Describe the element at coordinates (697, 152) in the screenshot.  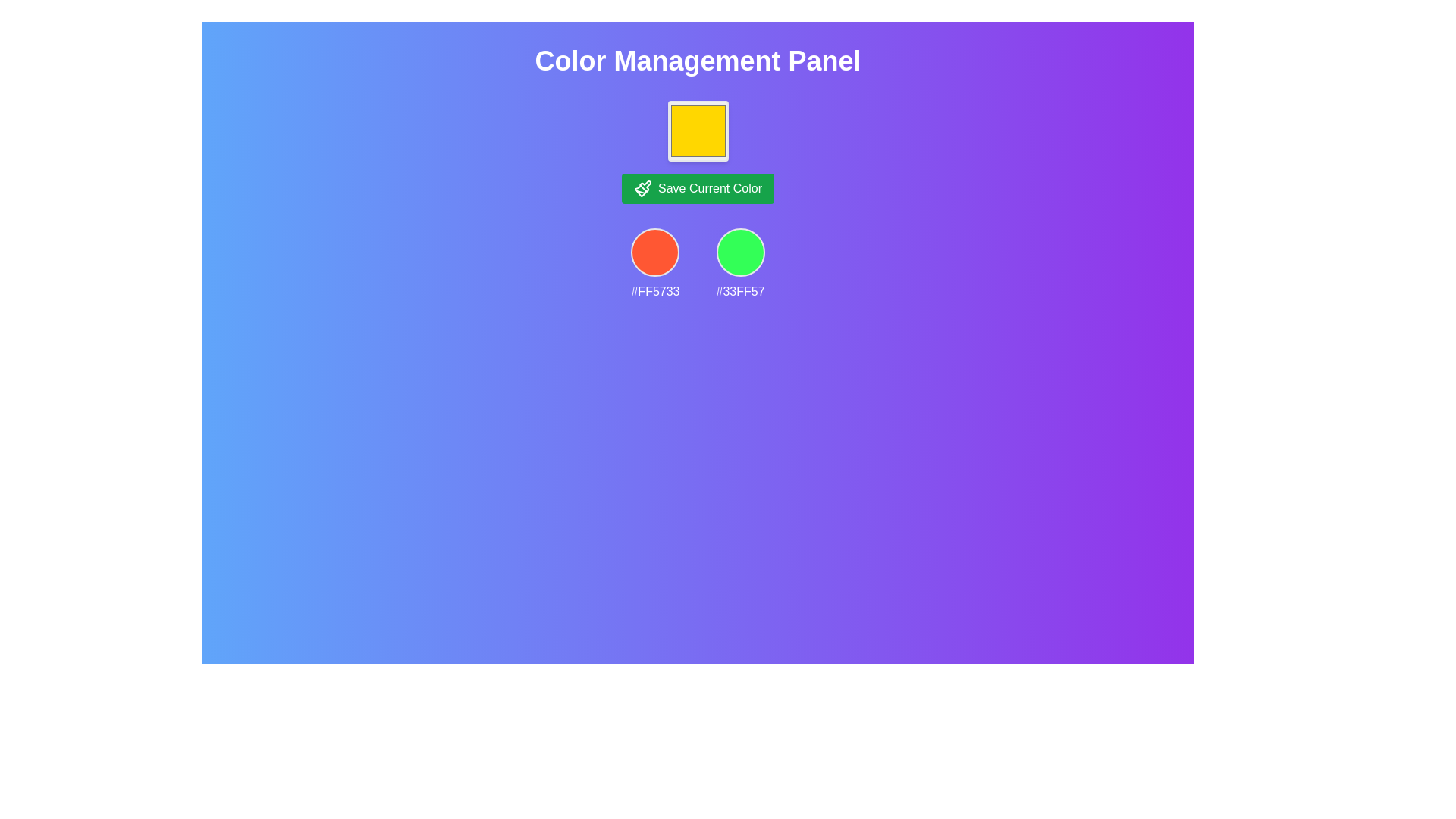
I see `the Static Display Box, which is a rectangular, yellow-filled box with a white border, located centrally above the 'Save Current Color' button in the Color Management Panel` at that location.